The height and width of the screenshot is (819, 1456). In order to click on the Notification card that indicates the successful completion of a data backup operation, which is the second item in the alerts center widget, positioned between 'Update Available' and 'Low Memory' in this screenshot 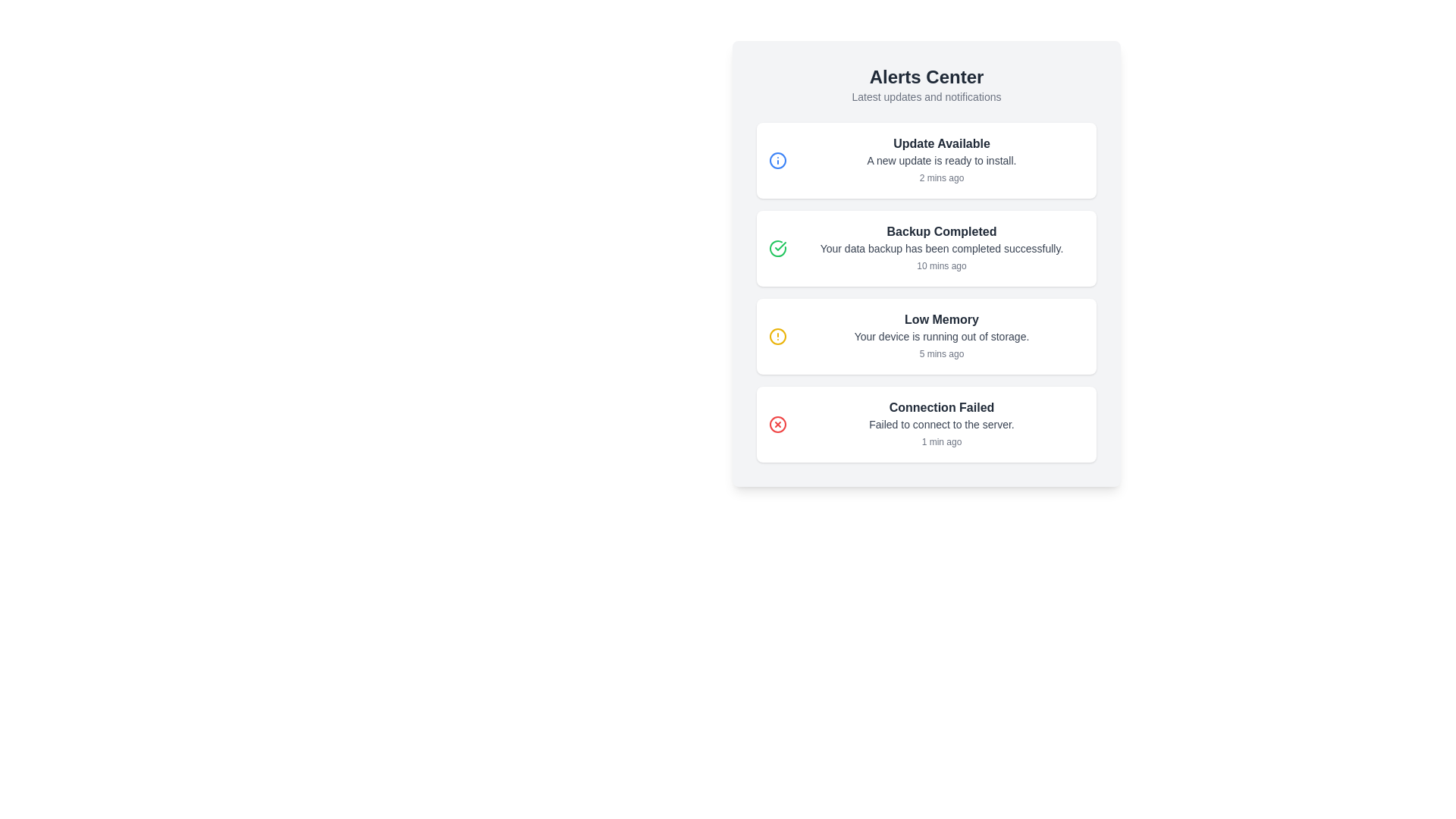, I will do `click(926, 247)`.